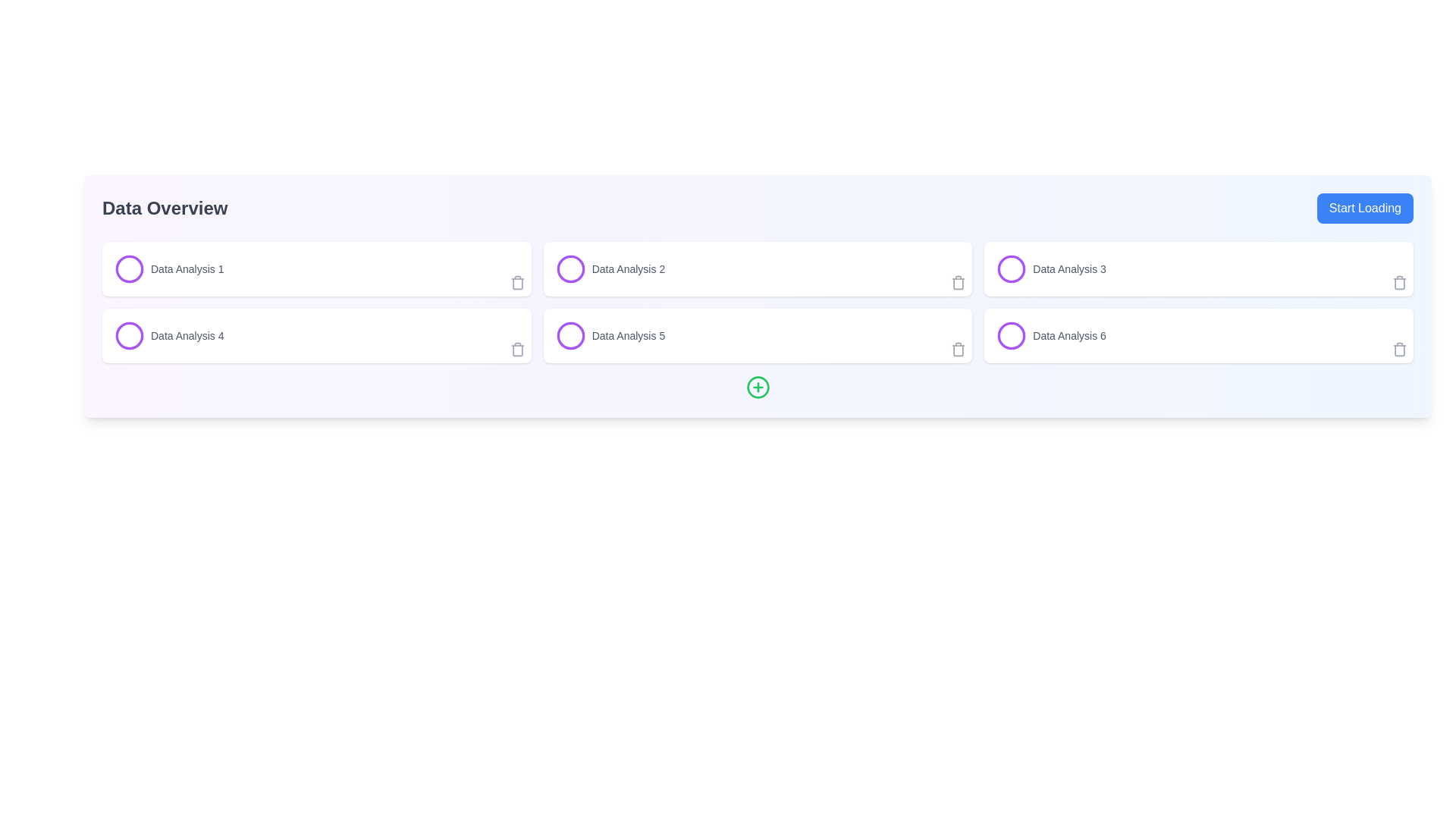 The width and height of the screenshot is (1456, 819). What do you see at coordinates (958, 350) in the screenshot?
I see `the trash can icon graphical component located in the bottom-right corner of the 'Data Analysis 5' card` at bounding box center [958, 350].